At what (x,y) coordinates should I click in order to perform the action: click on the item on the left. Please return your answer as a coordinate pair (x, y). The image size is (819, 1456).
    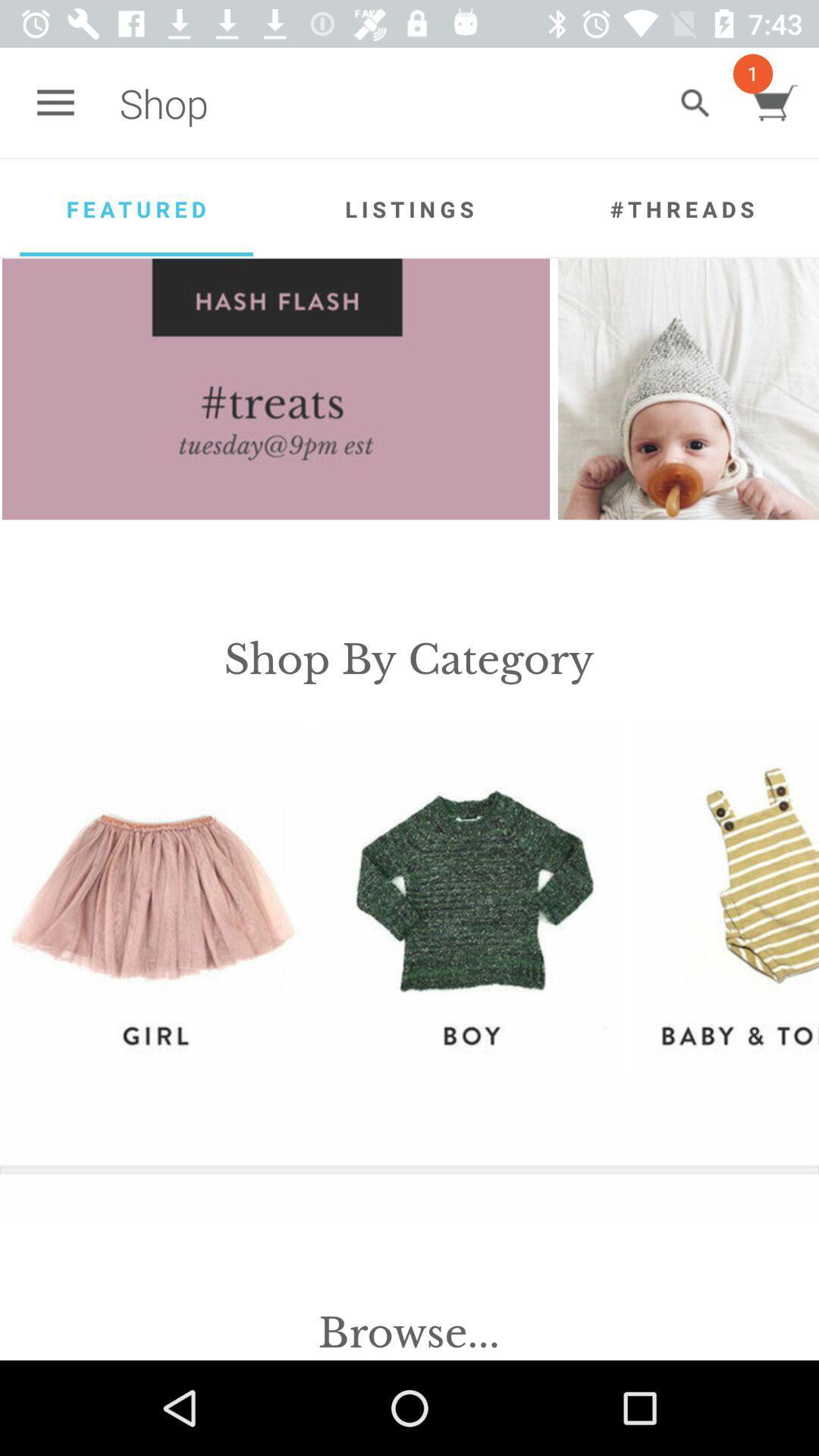
    Looking at the image, I should click on (154, 899).